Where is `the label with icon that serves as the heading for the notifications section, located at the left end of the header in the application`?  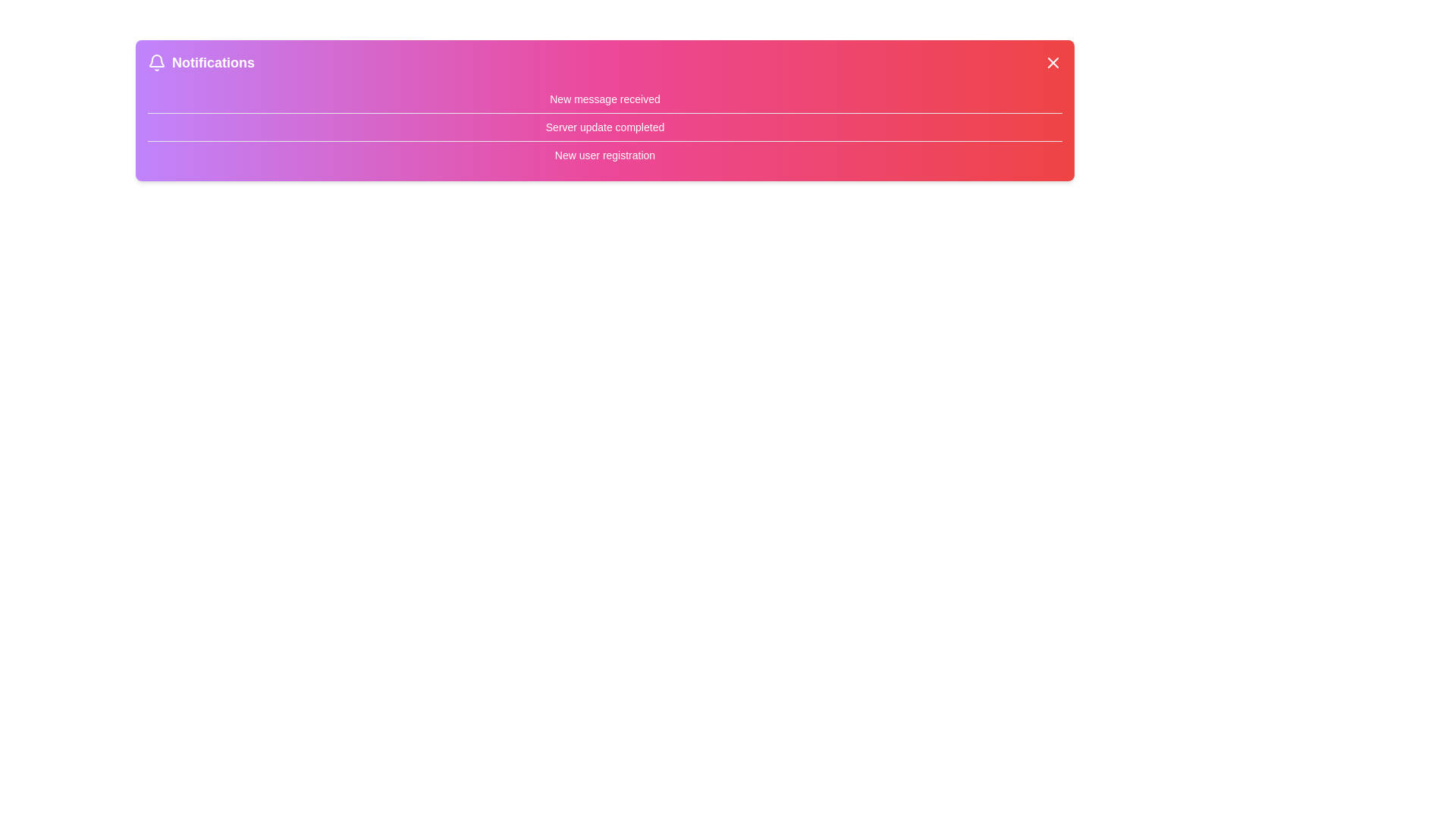
the label with icon that serves as the heading for the notifications section, located at the left end of the header in the application is located at coordinates (200, 62).